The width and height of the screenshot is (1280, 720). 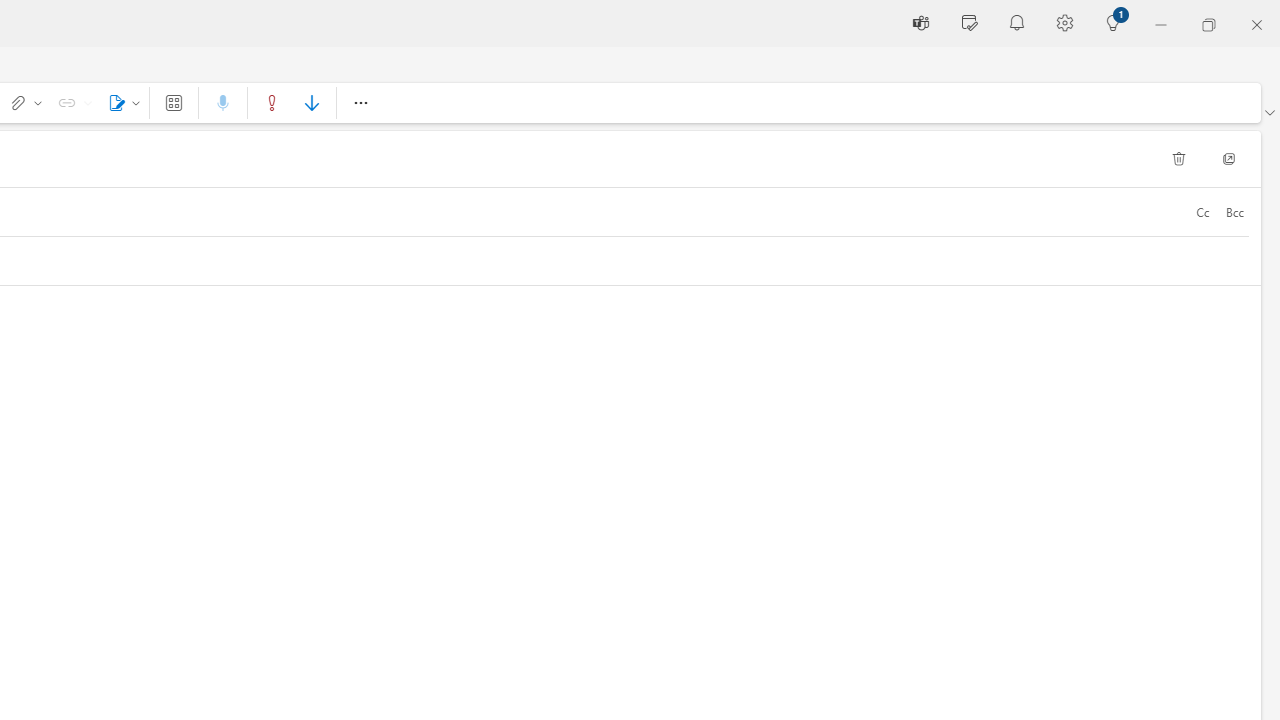 I want to click on 'Discard', so click(x=1178, y=158).